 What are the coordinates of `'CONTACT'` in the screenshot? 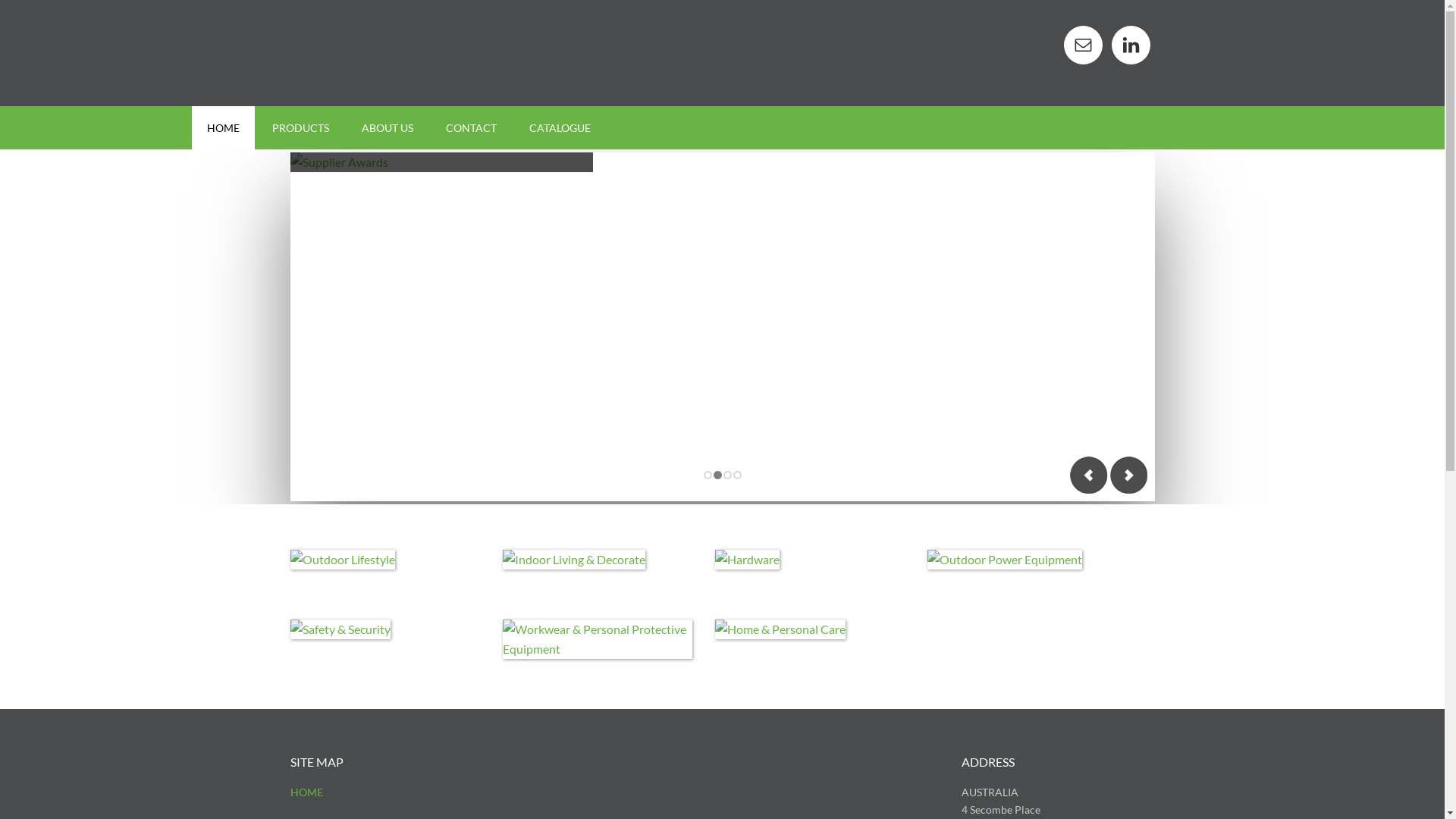 It's located at (470, 127).